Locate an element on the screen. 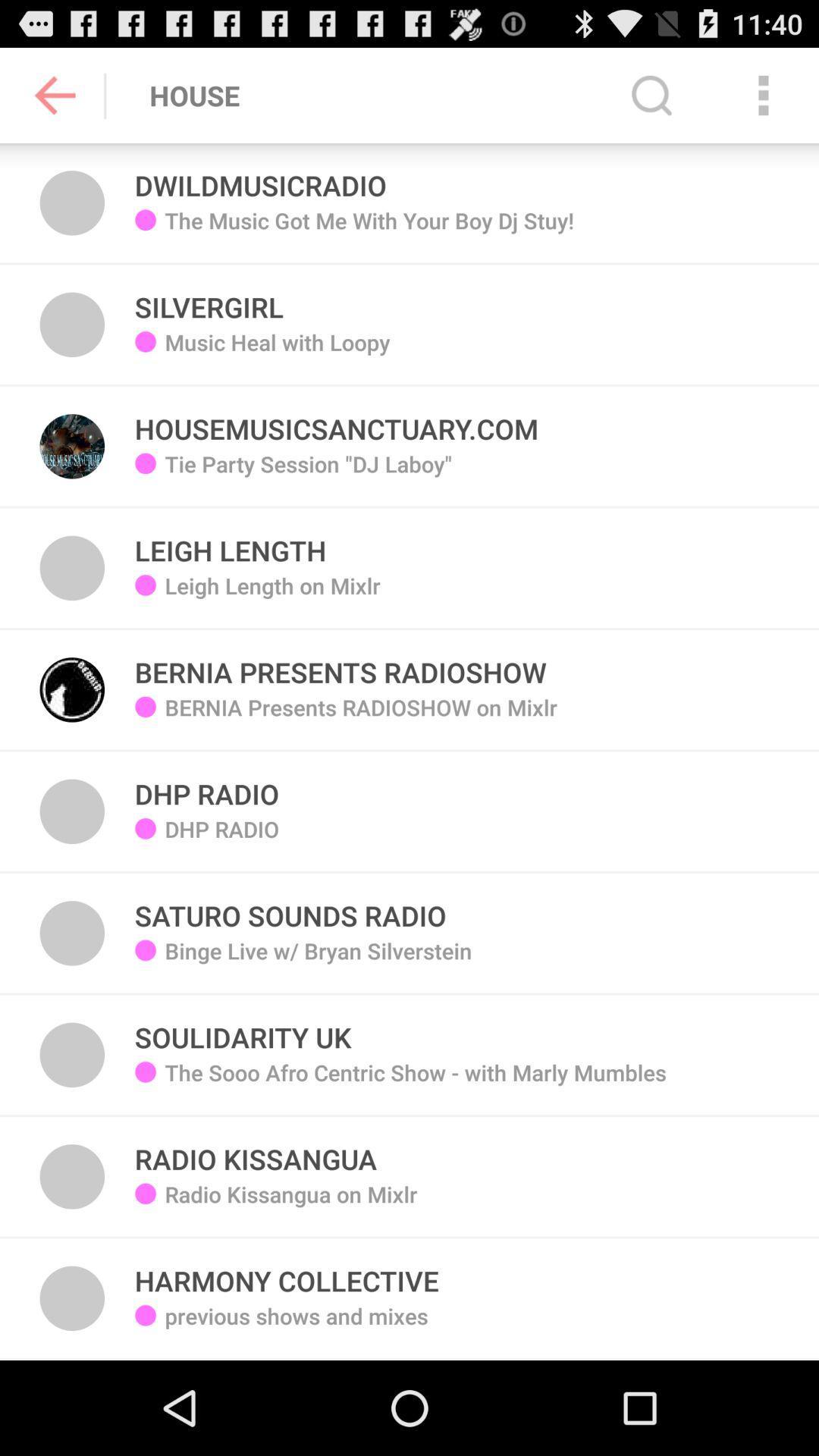 The width and height of the screenshot is (819, 1456). harmony collective icon is located at coordinates (287, 1272).